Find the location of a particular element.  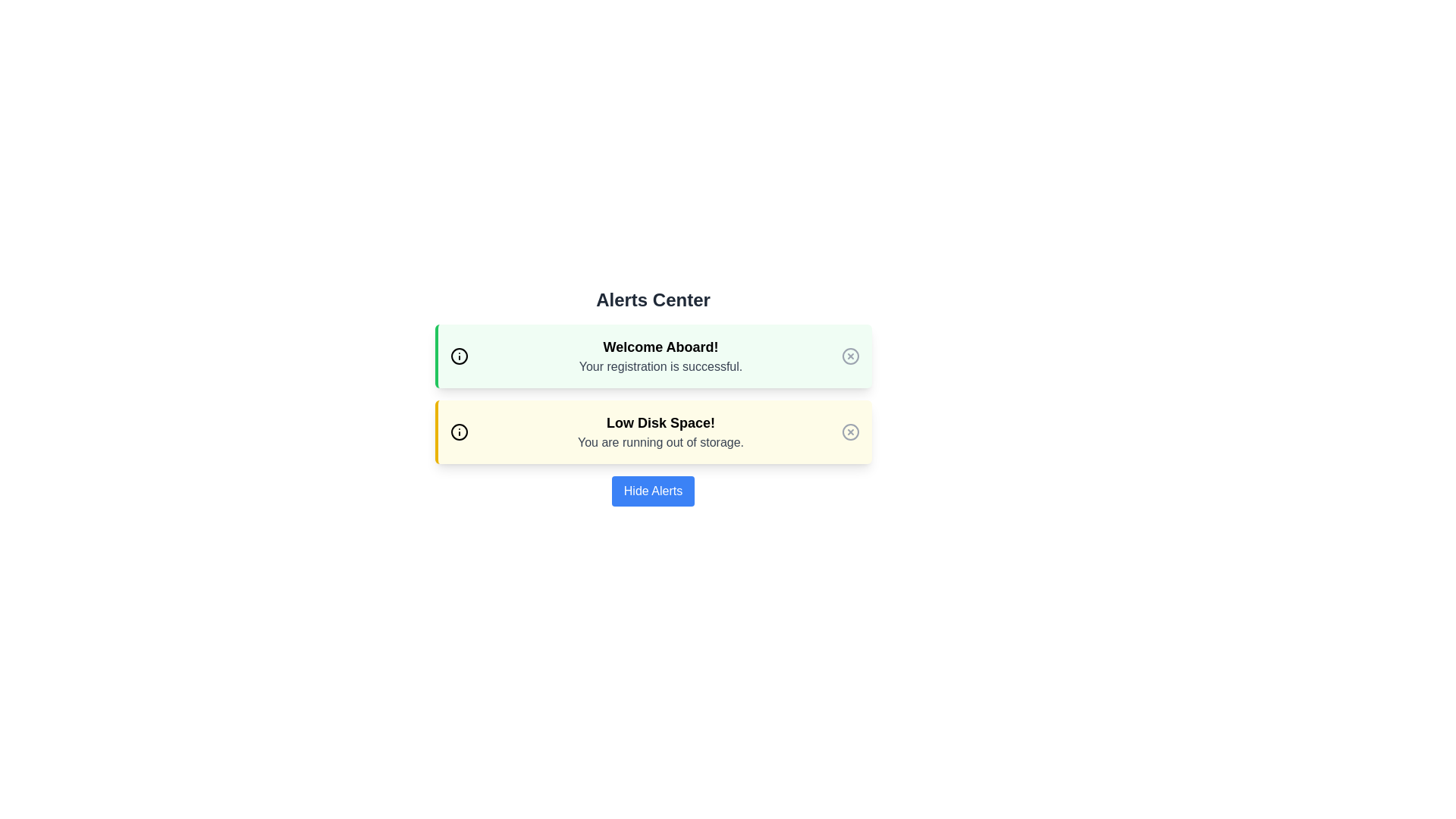

the success message icon located on the left side of the message box that indicates the successful registration, before the text 'Welcome Aboard! \n Your registration is successful.' is located at coordinates (458, 356).